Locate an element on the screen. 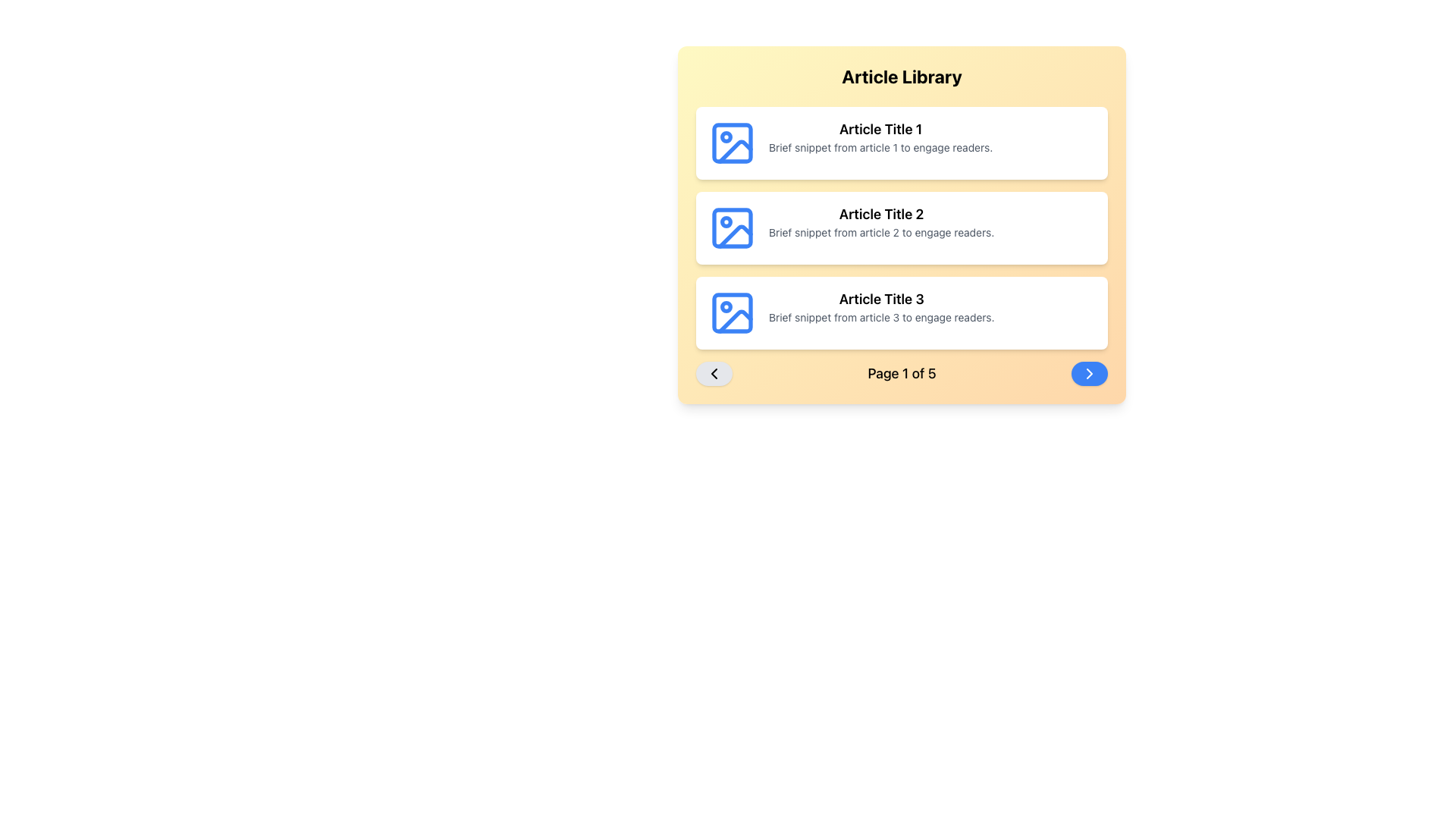  the stylized icon resembling a picture with a mountain and a sun, located on the left side of the third entry labeled 'Article Title 3' in the 'Article Library' section is located at coordinates (732, 312).